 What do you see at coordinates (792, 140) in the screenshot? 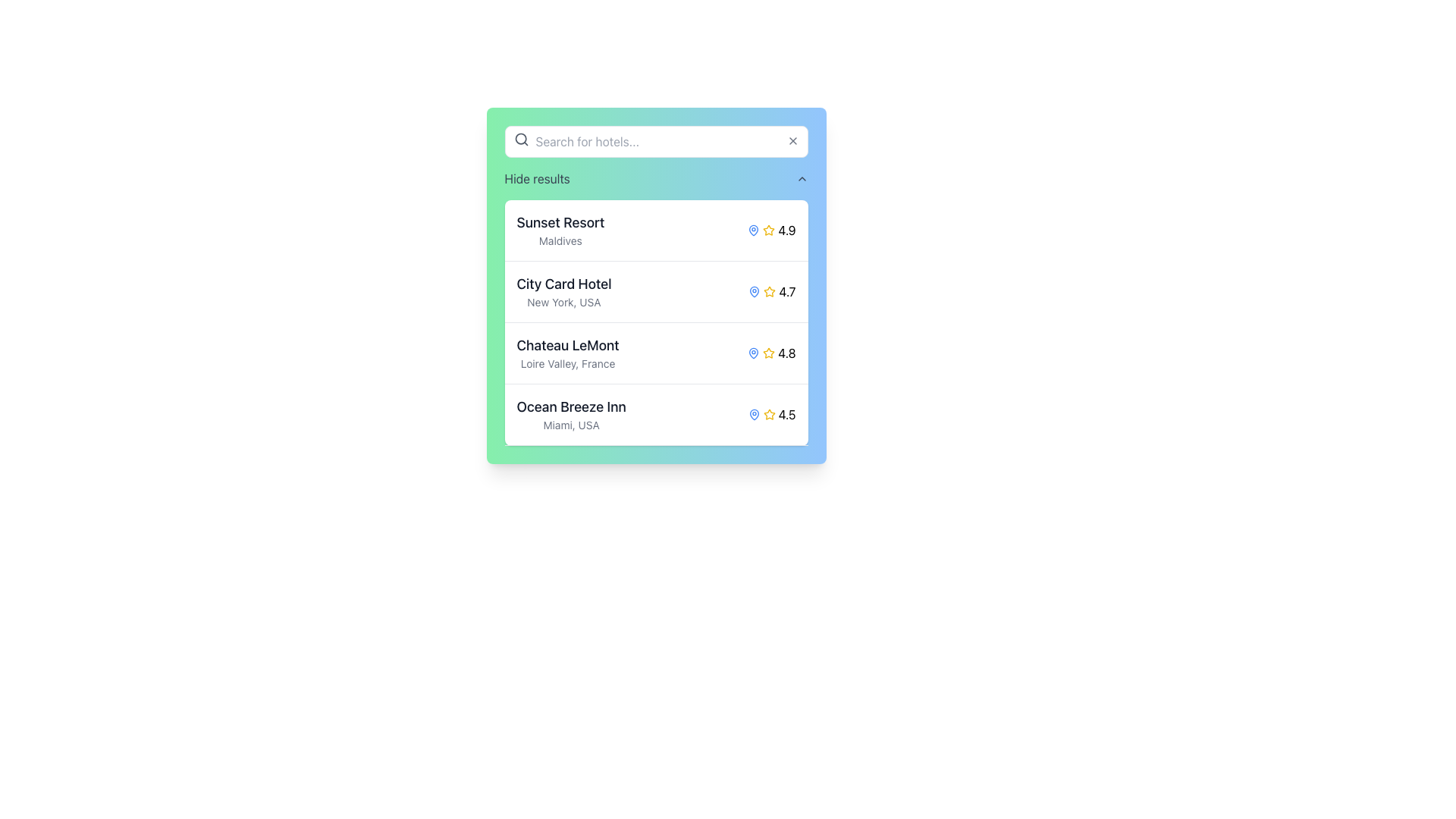
I see `the clear or close icon button located at the top right corner of the search bar to clear the input or close the search interface` at bounding box center [792, 140].